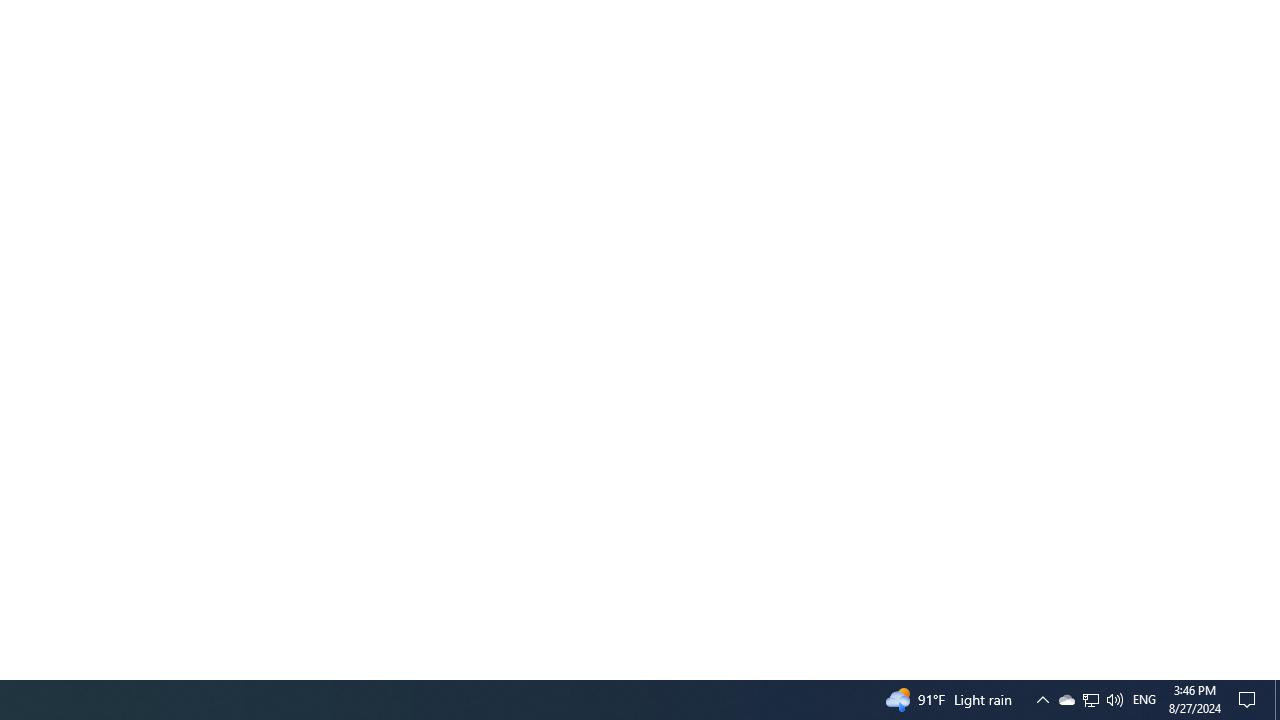 The image size is (1280, 720). I want to click on 'Q2790: 100%', so click(1113, 698).